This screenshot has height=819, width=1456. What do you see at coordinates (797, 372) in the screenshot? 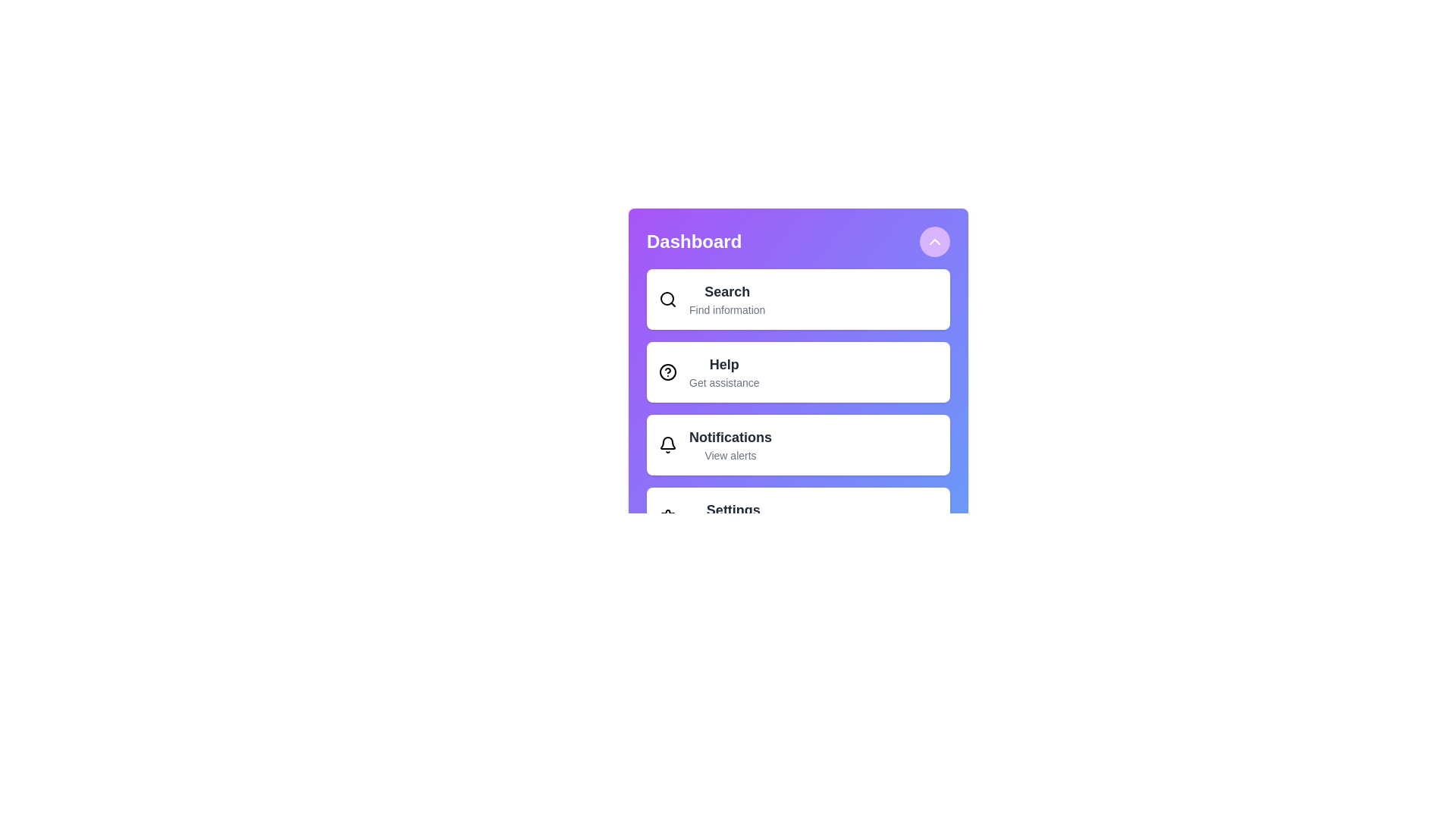
I see `the menu item labeled Help to select it` at bounding box center [797, 372].